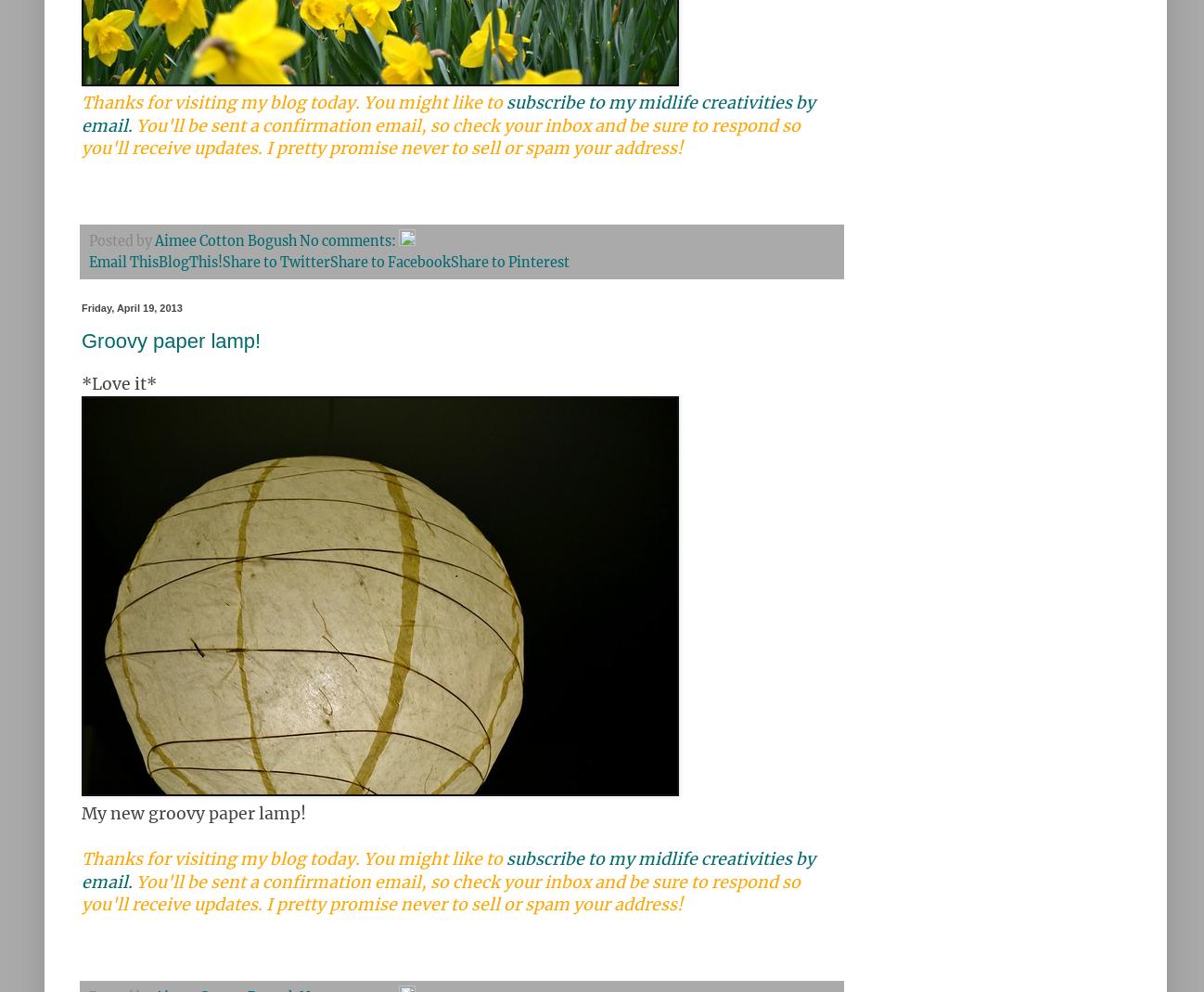  Describe the element at coordinates (170, 340) in the screenshot. I see `'Groovy paper lamp!'` at that location.